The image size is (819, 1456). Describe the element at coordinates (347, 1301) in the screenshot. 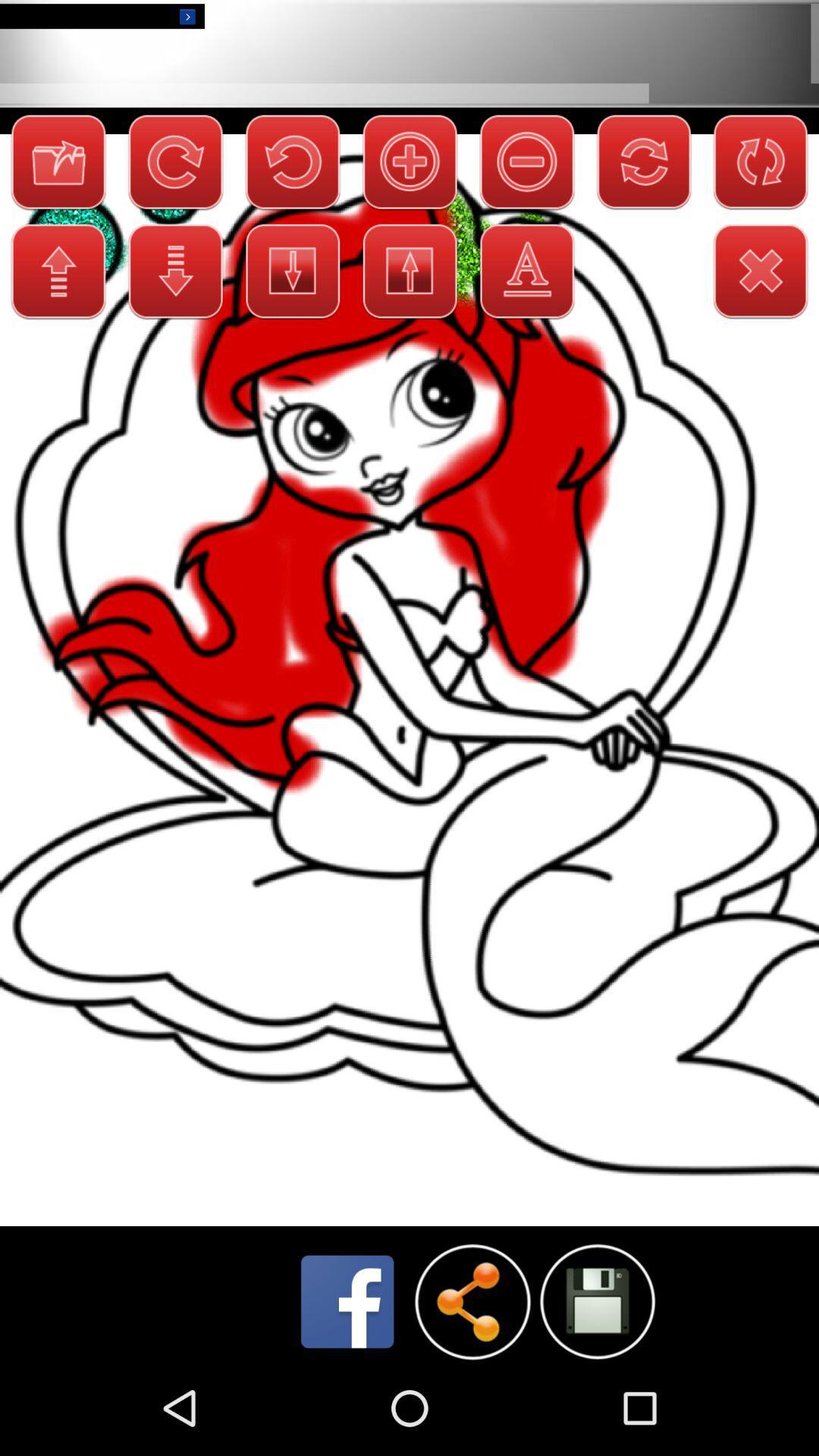

I see `share on facebook` at that location.